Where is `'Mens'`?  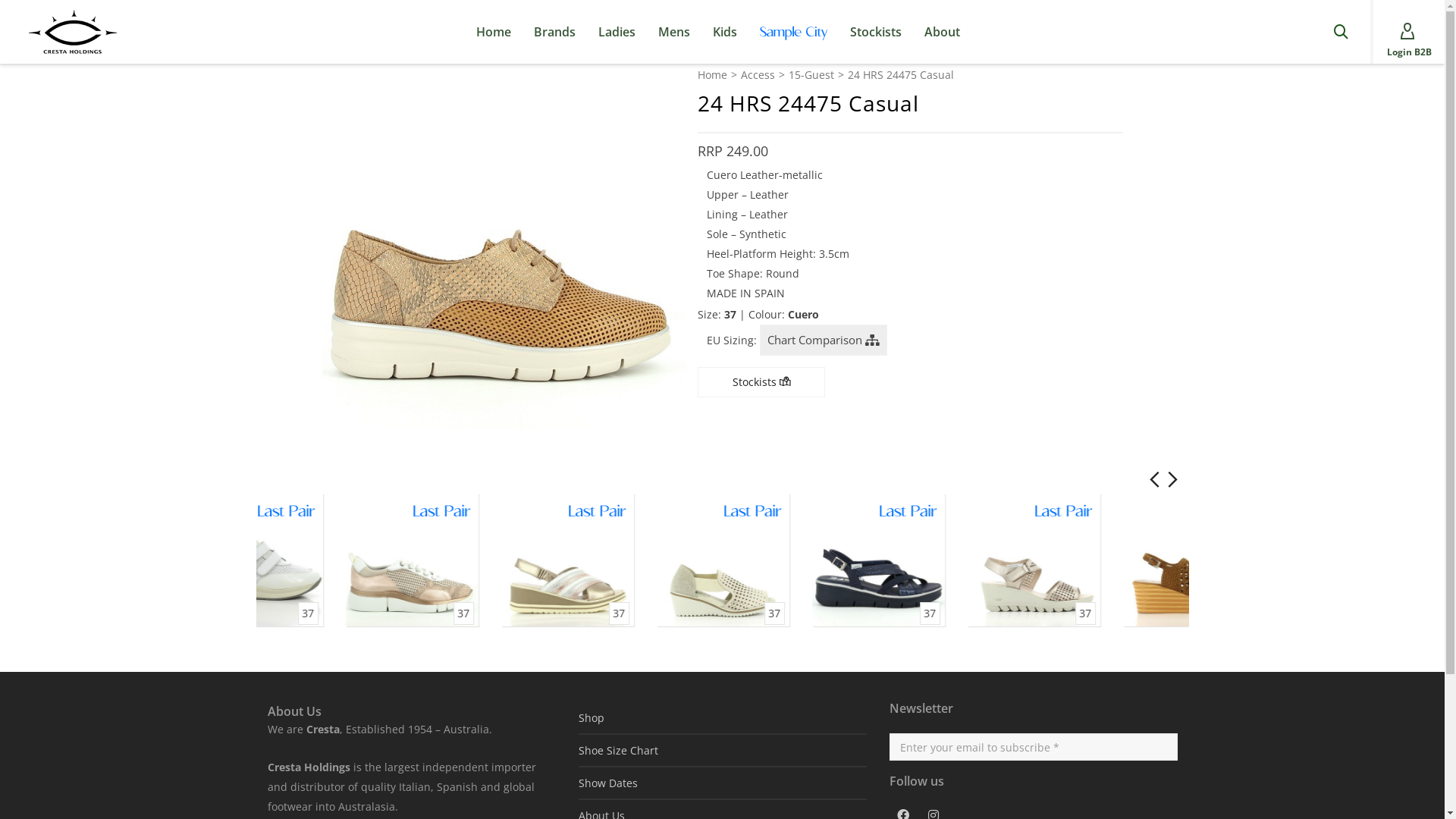
'Mens' is located at coordinates (673, 32).